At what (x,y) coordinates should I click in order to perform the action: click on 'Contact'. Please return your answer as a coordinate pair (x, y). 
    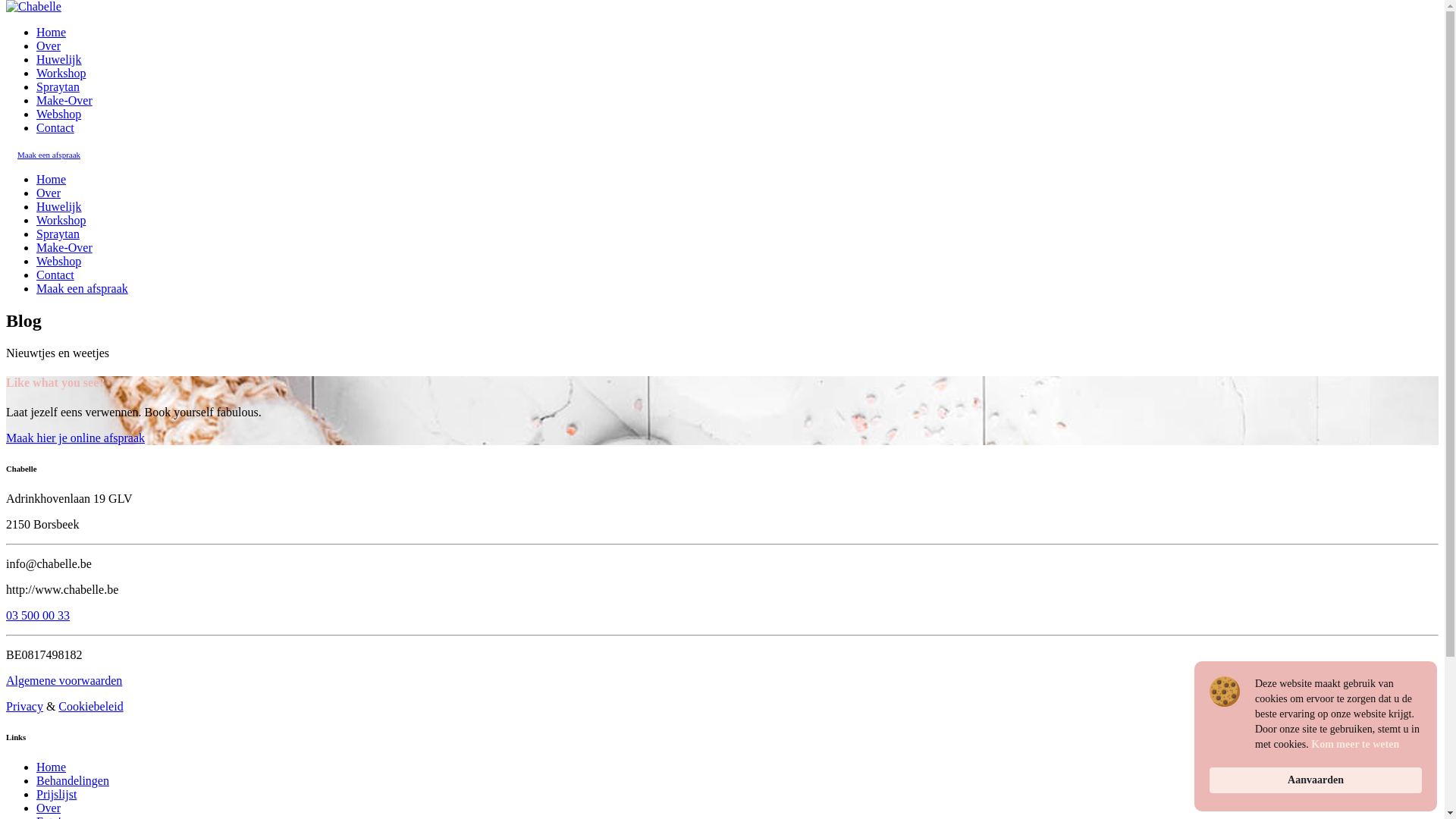
    Looking at the image, I should click on (55, 127).